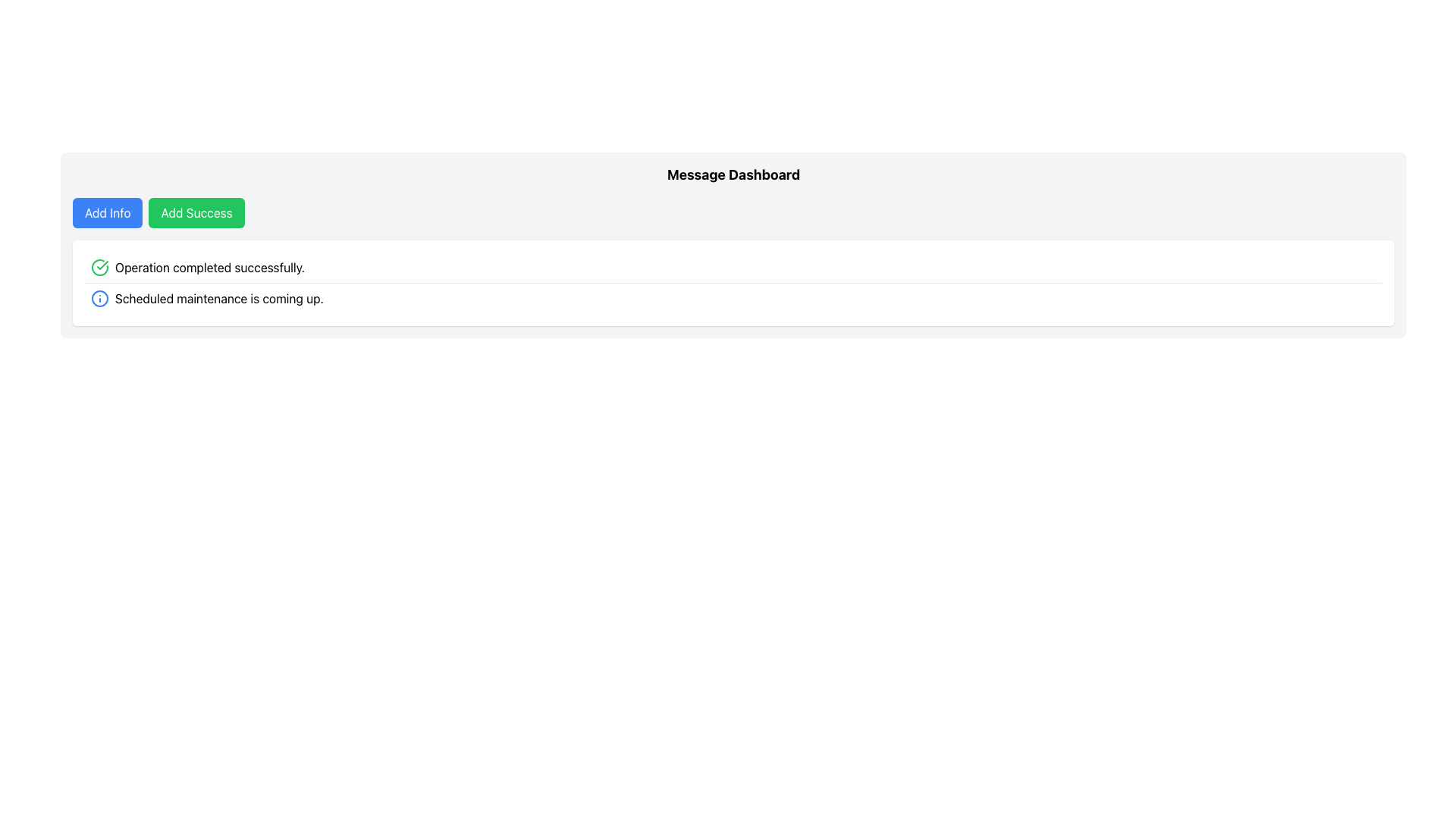 The height and width of the screenshot is (819, 1456). I want to click on the checkmark icon that indicates successful completion of the operation, located to the left of the text 'Operation completed successfully.', so click(102, 265).